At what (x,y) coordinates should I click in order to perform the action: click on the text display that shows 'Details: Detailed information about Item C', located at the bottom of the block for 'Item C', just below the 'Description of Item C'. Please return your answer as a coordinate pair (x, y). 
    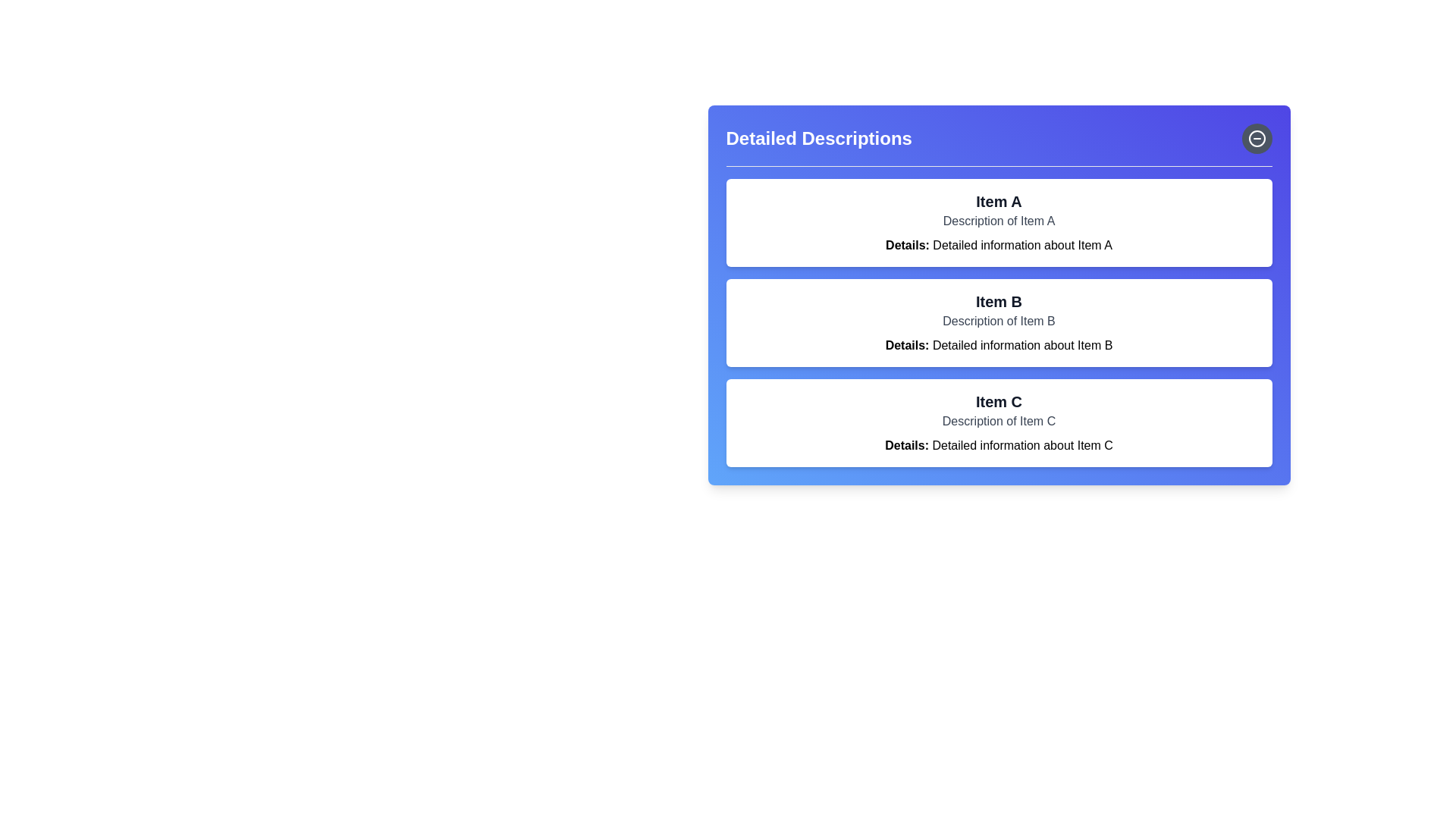
    Looking at the image, I should click on (999, 444).